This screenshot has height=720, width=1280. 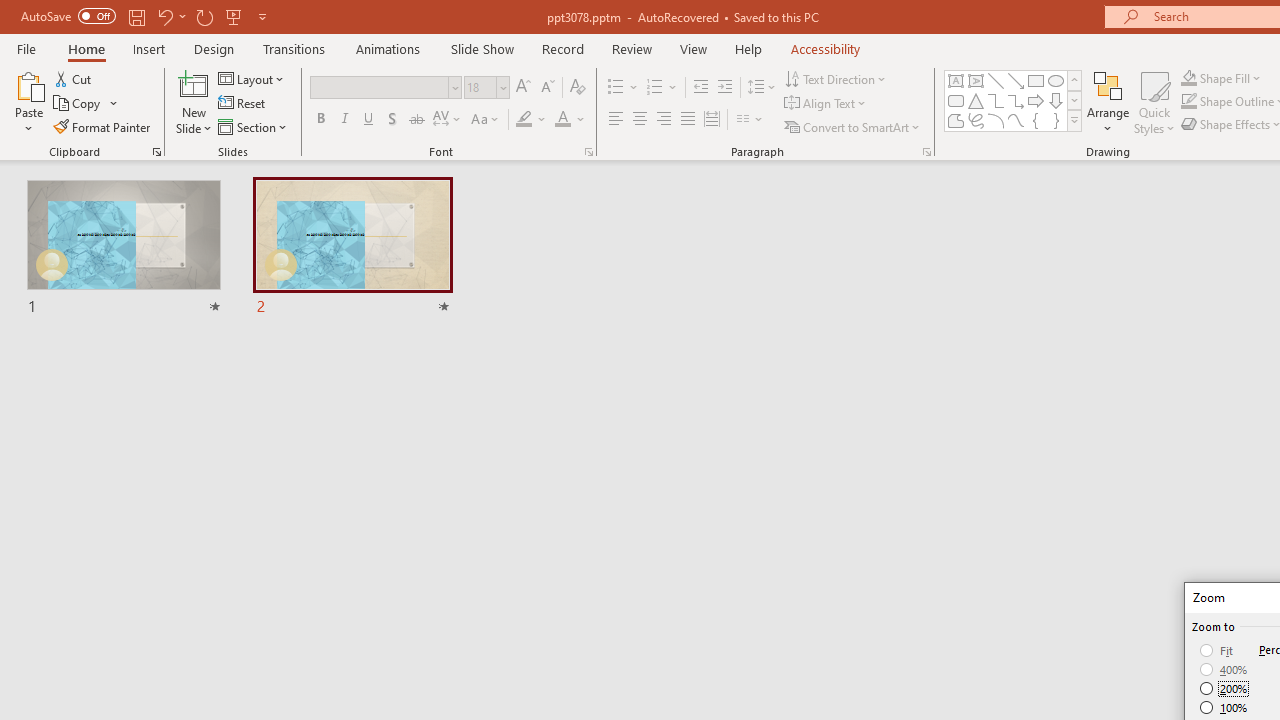 I want to click on 'Shape Outline Green, Accent 1', so click(x=1189, y=101).